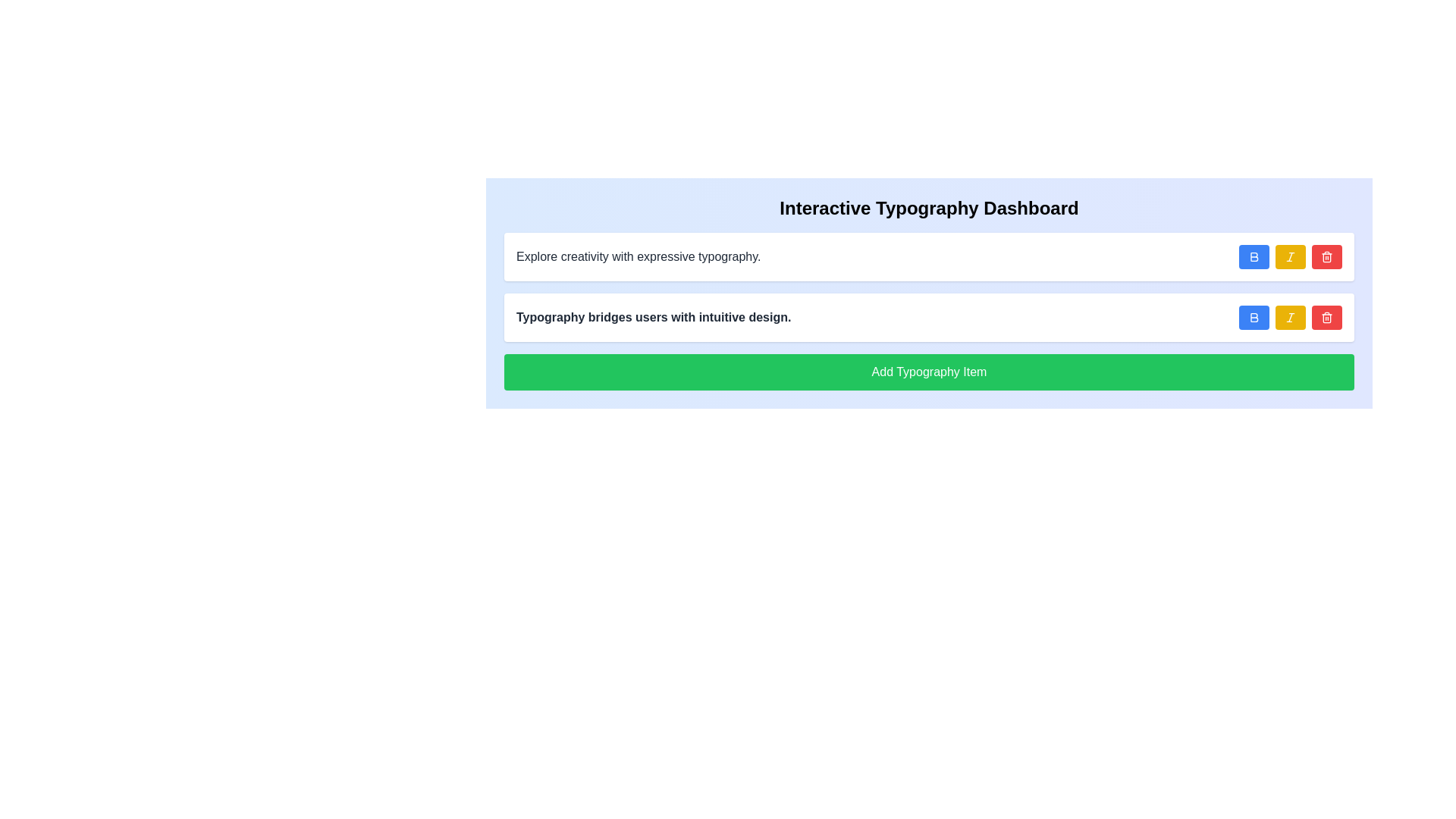 The height and width of the screenshot is (819, 1456). I want to click on the bold icon button with a rounded letter B on a blue background, so click(1254, 256).